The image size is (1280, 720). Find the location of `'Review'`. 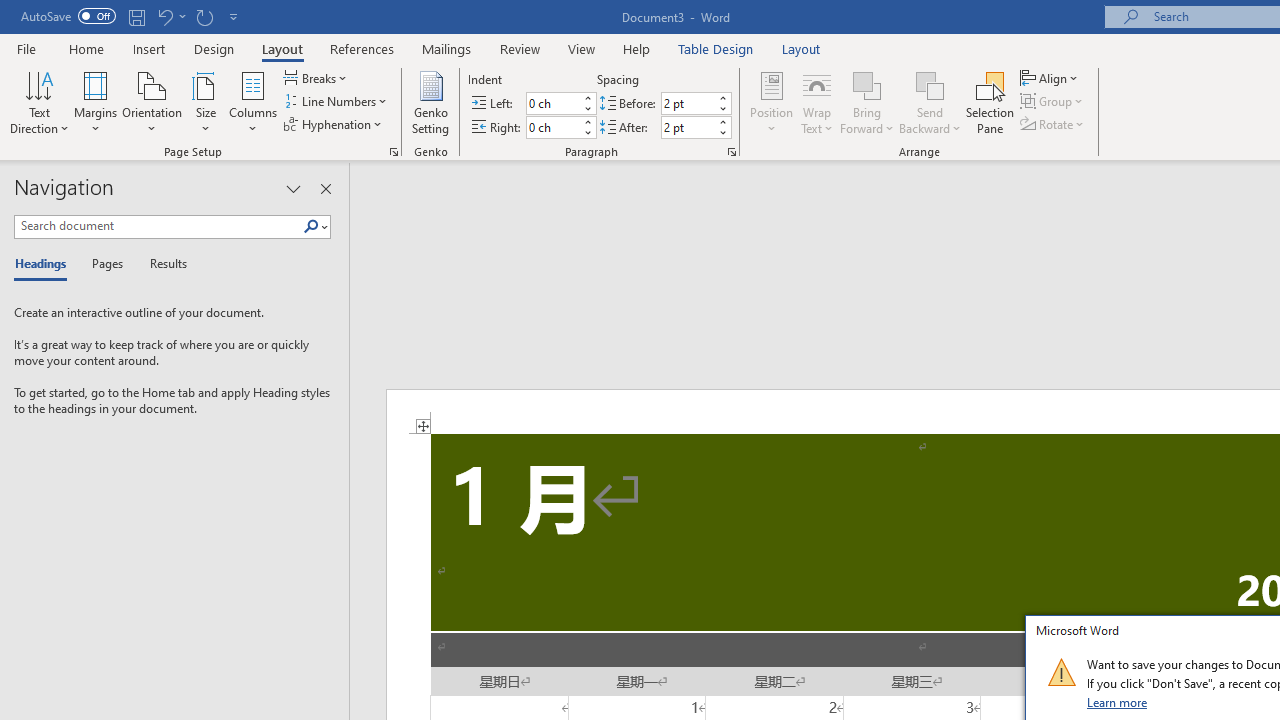

'Review' is located at coordinates (520, 48).